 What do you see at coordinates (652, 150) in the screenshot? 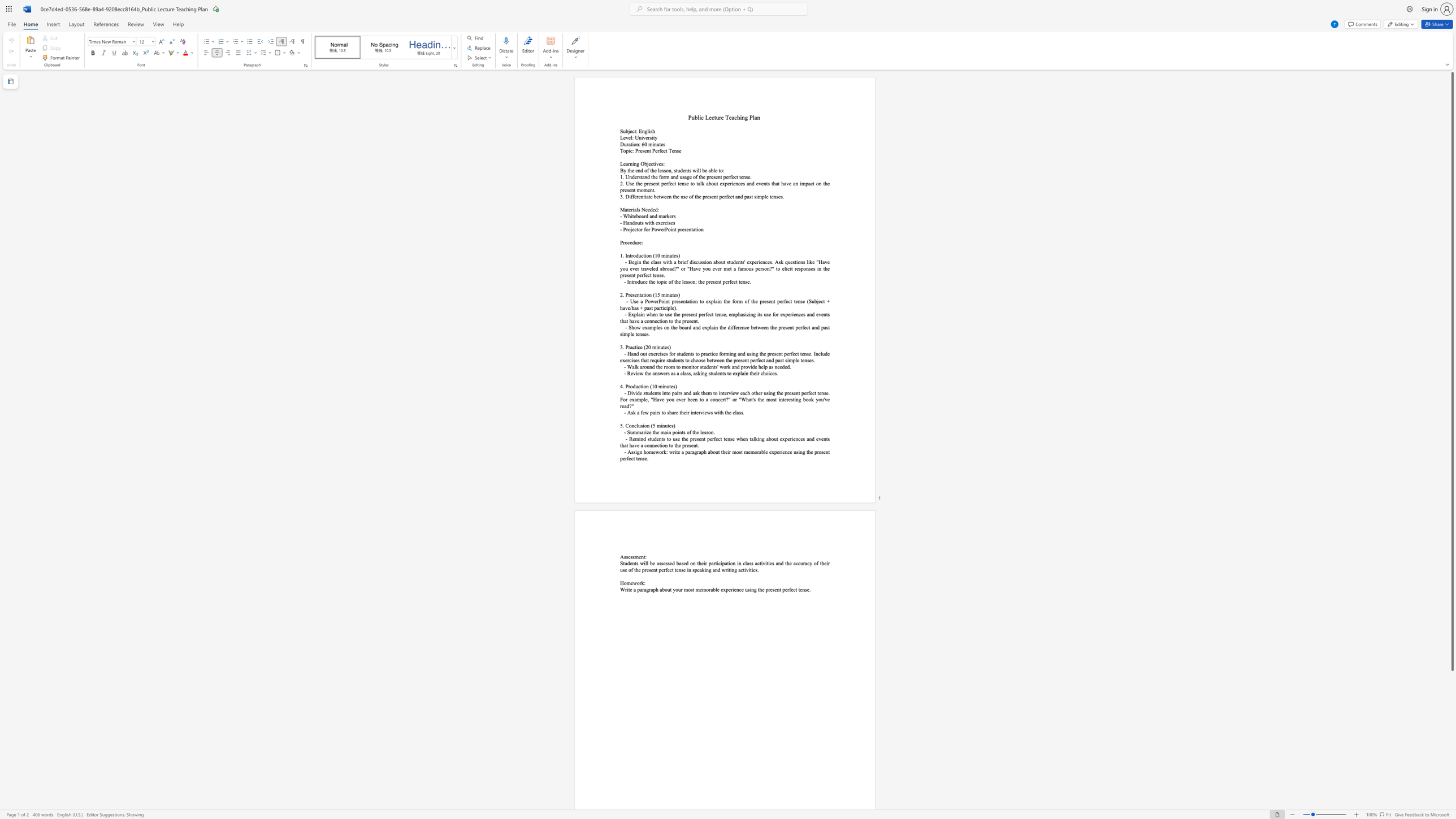
I see `the subset text "Perfect Te" within the text "Topic: Present Perfect Tense"` at bounding box center [652, 150].